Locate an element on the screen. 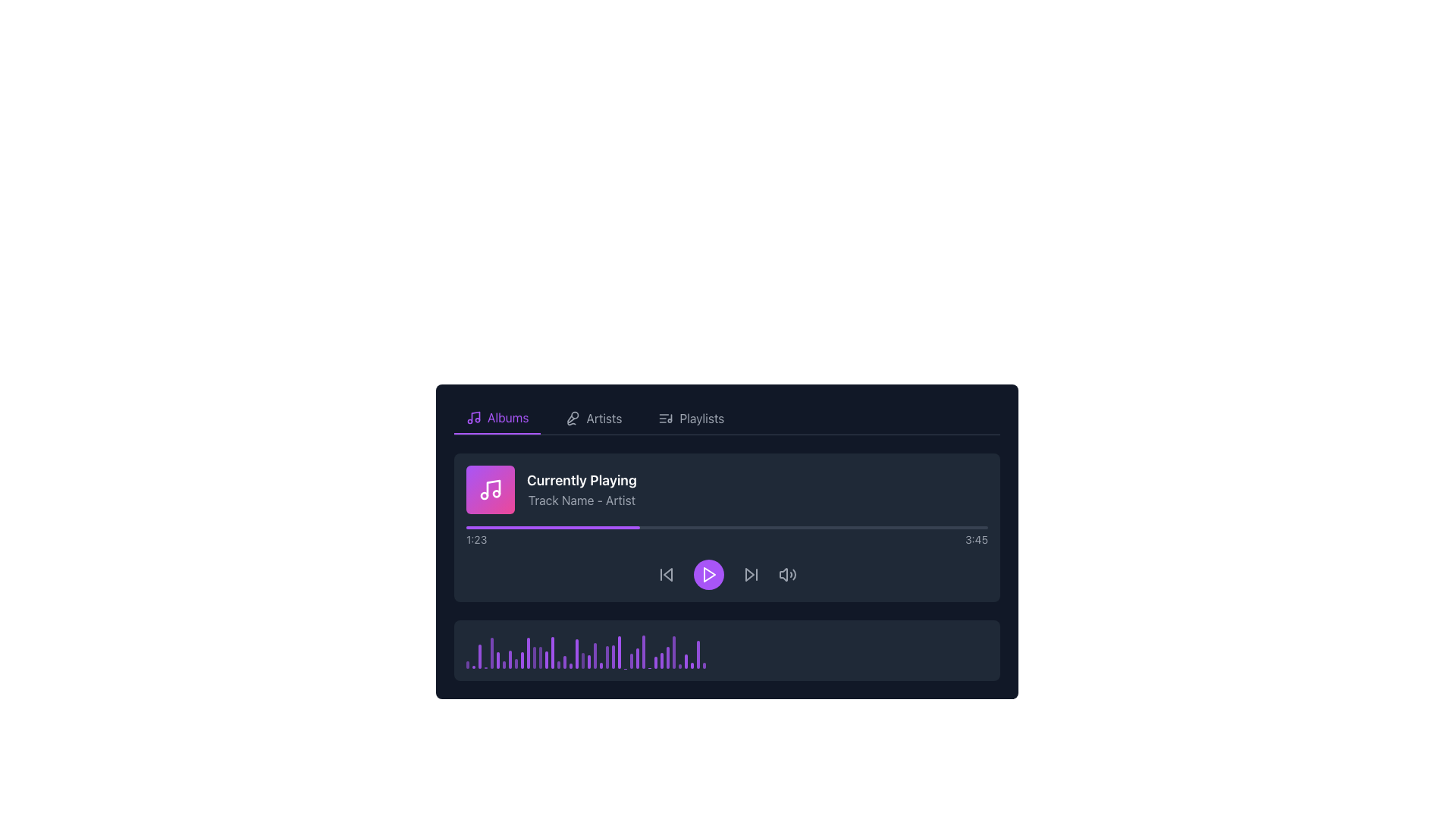 This screenshot has width=1456, height=819. the 20th vertical bar in the graphical representation of audio data located at the bottom of the interface is located at coordinates (576, 652).